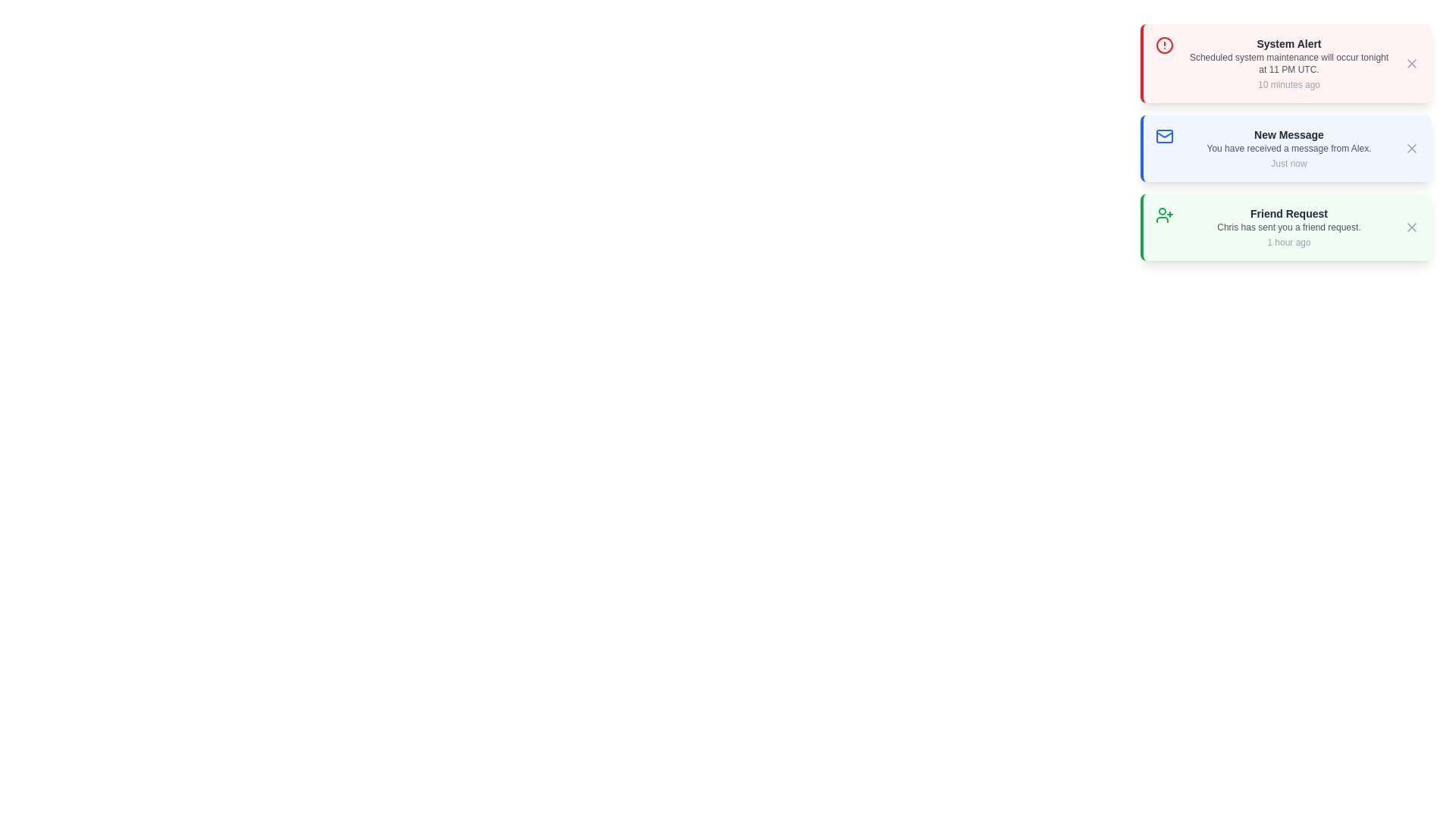  I want to click on the 'X' icon button located at the top-right corner of the 'System Alert' notification block for accessibility purposes, so click(1411, 63).